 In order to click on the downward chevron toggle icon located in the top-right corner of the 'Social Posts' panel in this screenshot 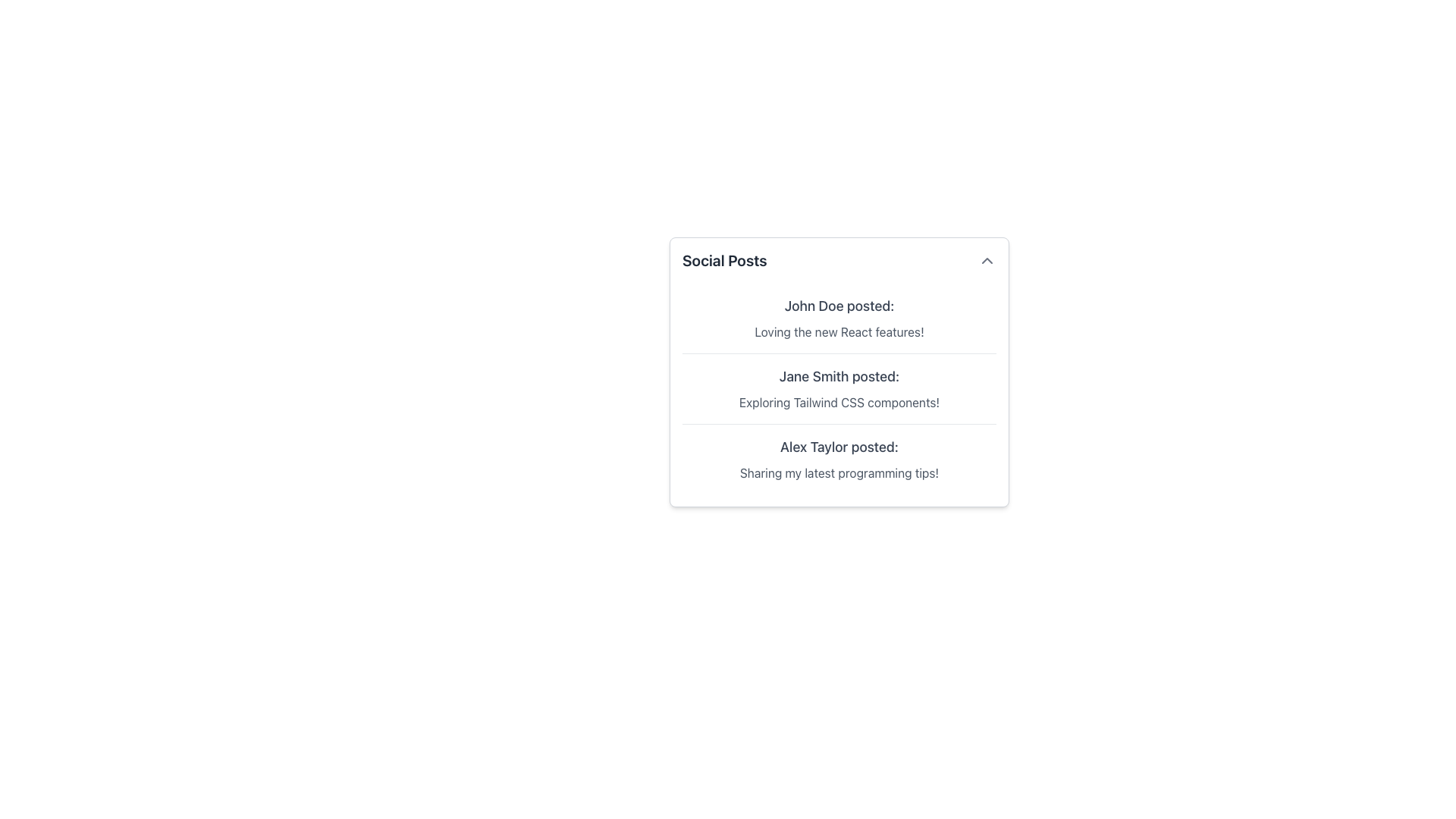, I will do `click(987, 259)`.